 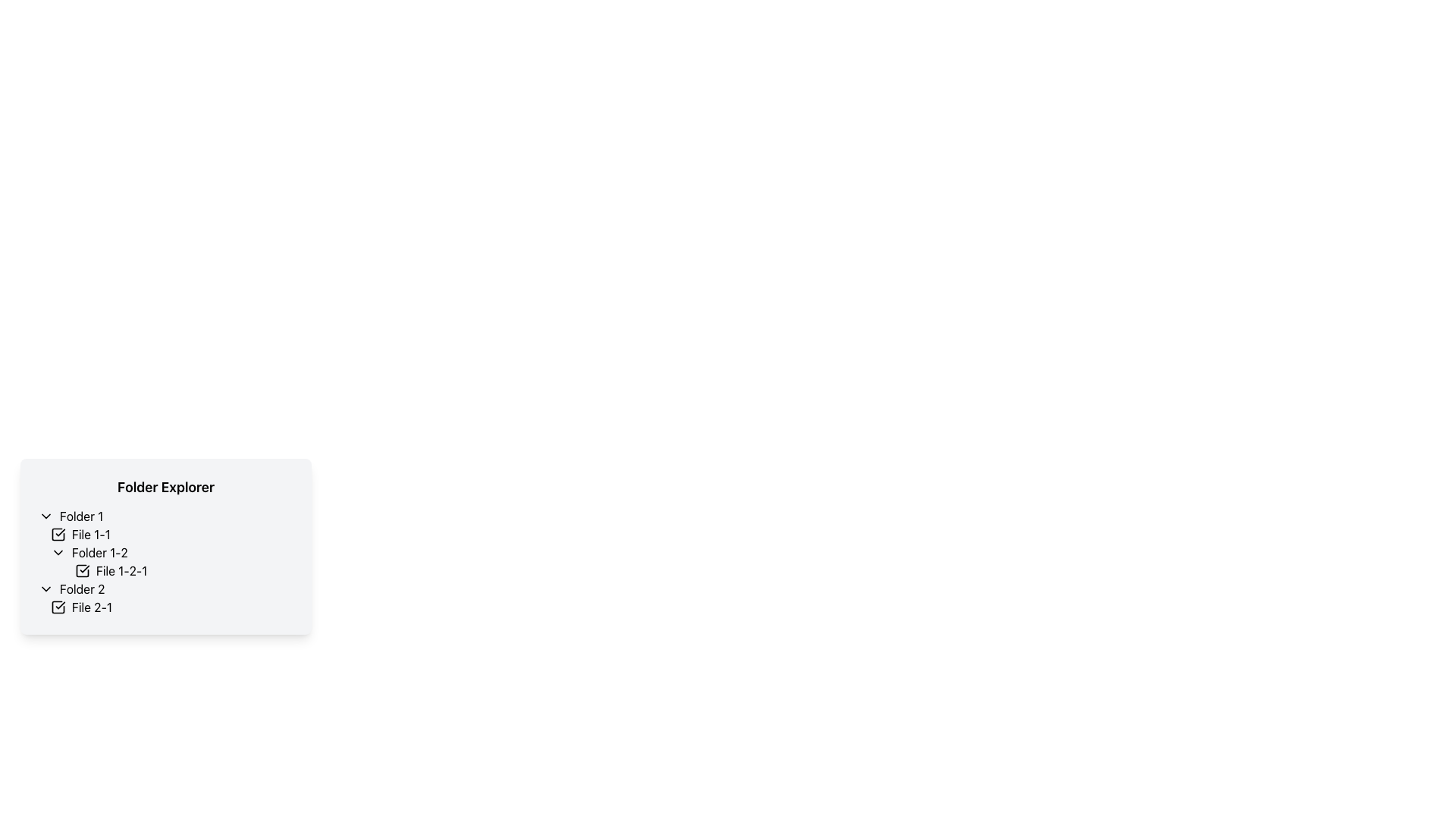 What do you see at coordinates (171, 561) in the screenshot?
I see `the list item entry labeled 'Folder 1-2File 1-2-1'` at bounding box center [171, 561].